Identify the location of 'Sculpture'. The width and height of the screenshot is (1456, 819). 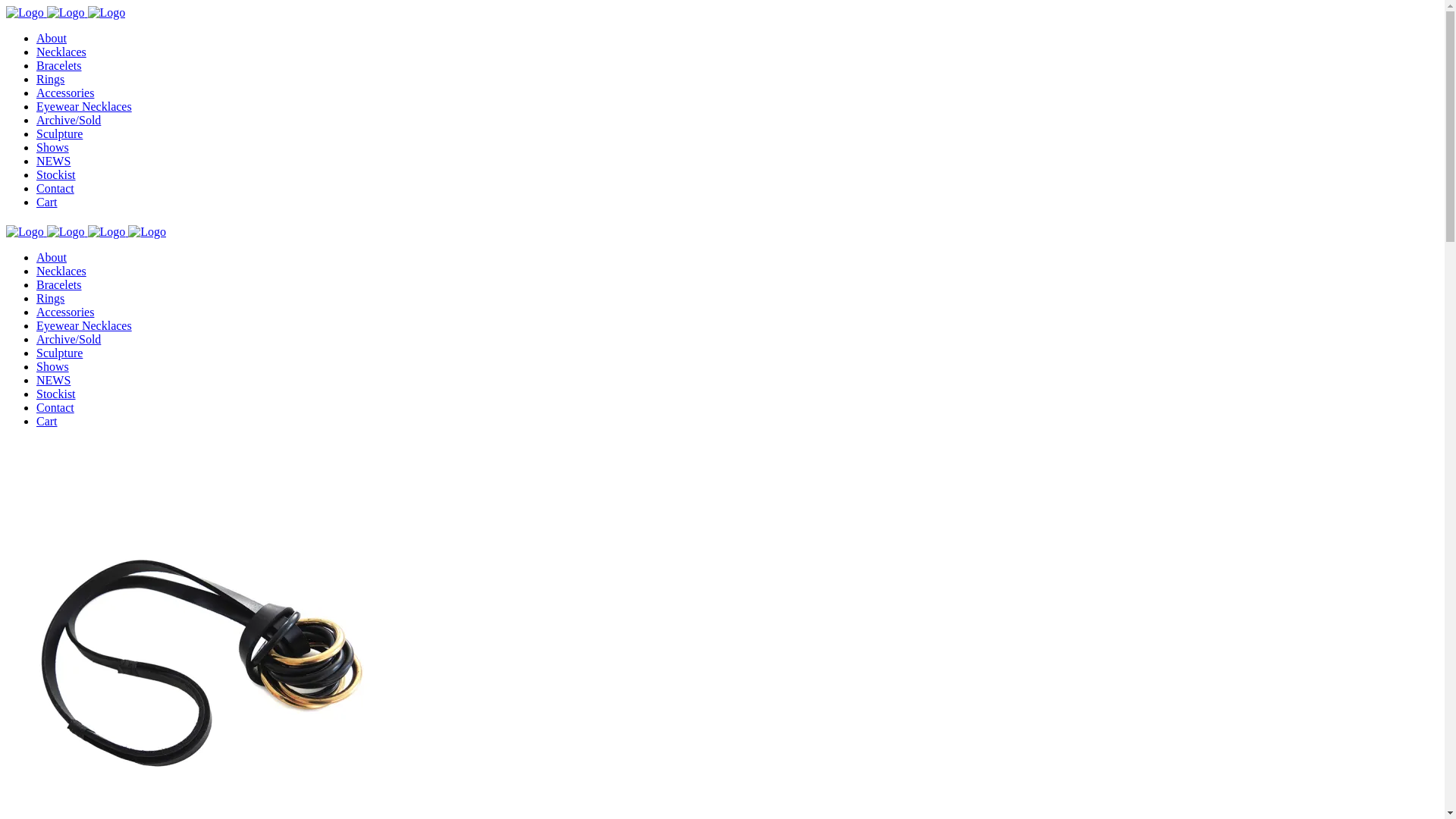
(59, 353).